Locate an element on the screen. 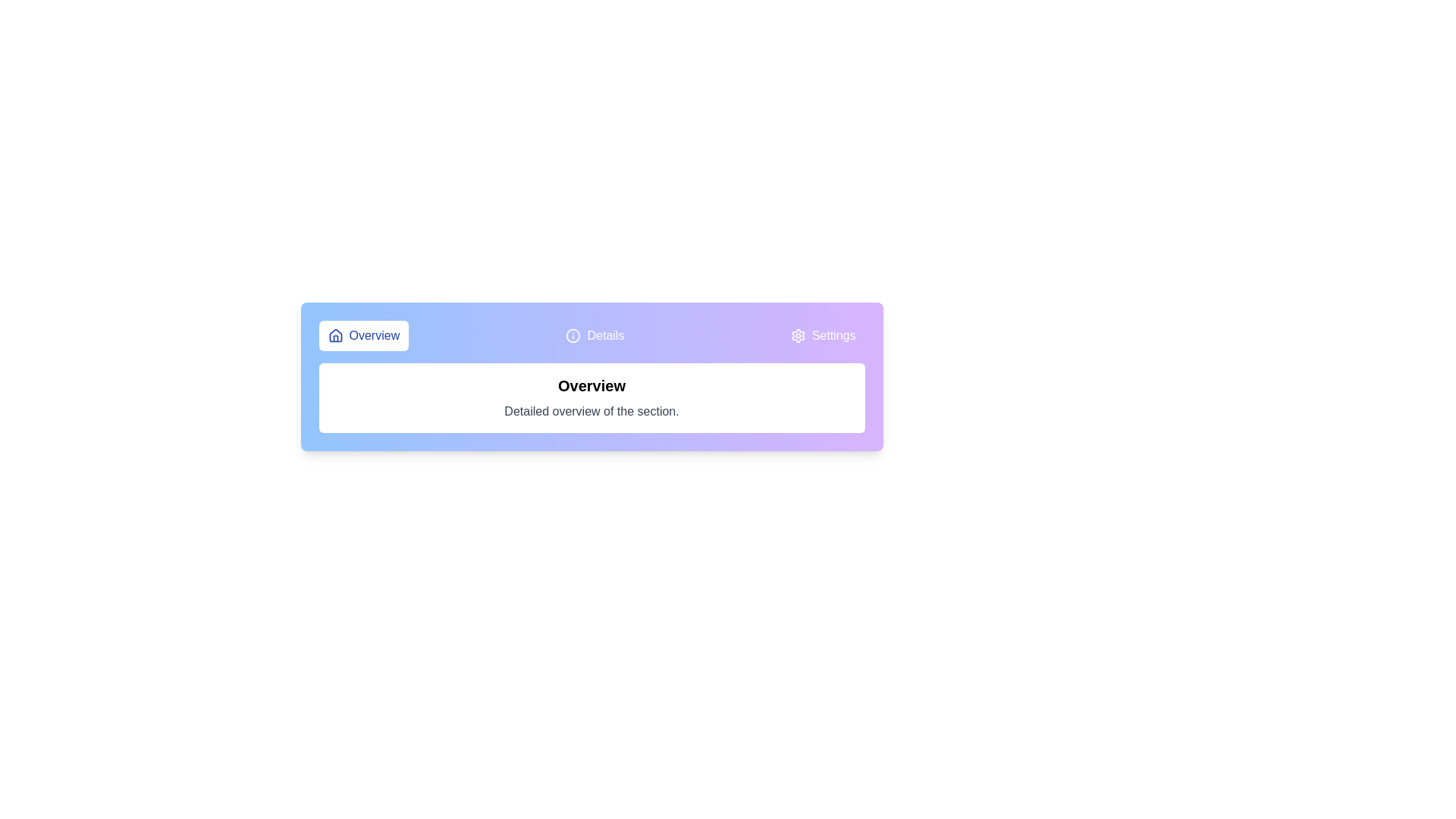 The width and height of the screenshot is (1456, 819). the text element that serves as a label or navigational link to the settings section, located in the top-right area of the interface, immediately to the right of a gear-shaped icon is located at coordinates (833, 335).